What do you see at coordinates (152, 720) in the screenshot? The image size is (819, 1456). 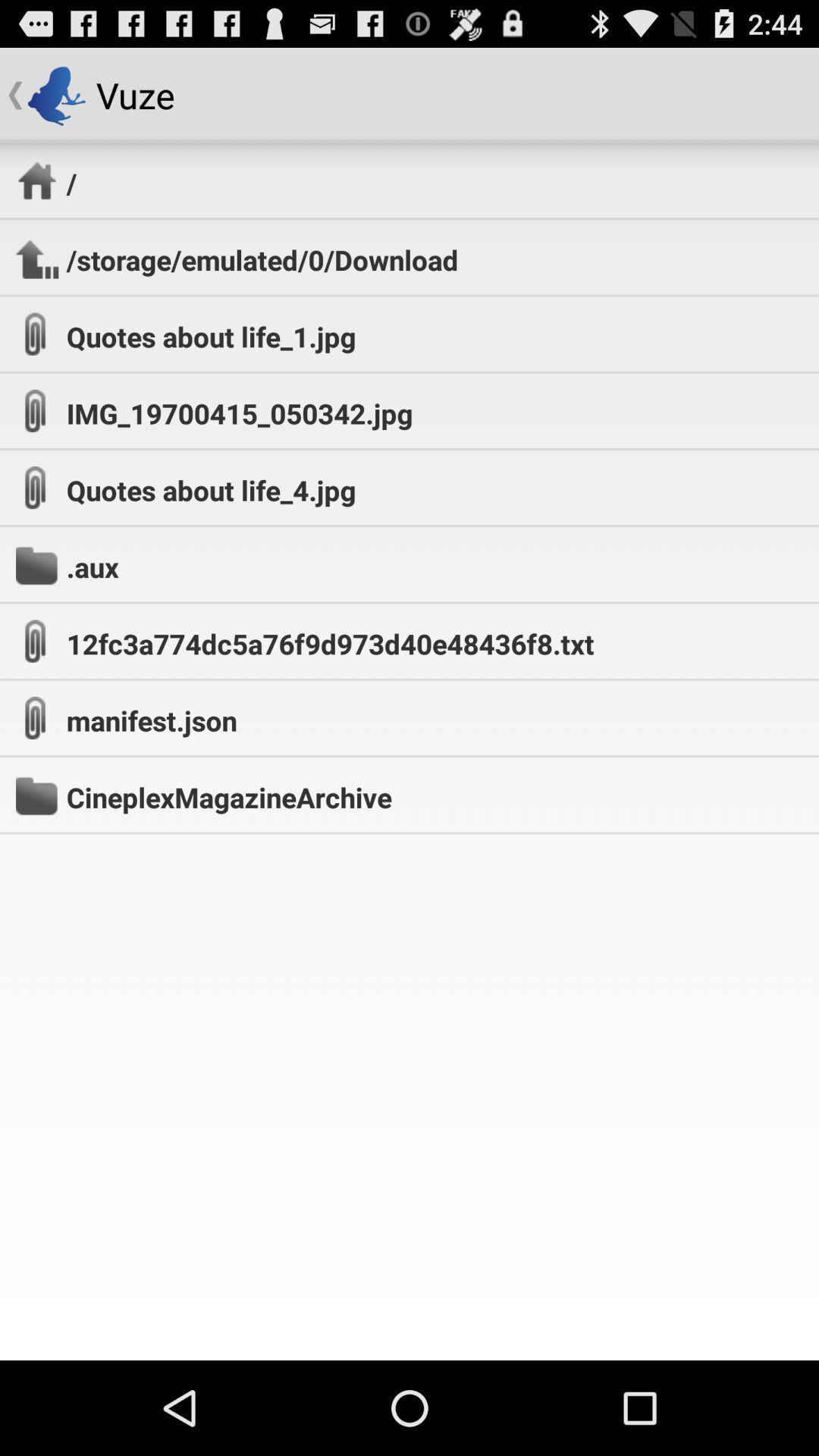 I see `manifest.json` at bounding box center [152, 720].